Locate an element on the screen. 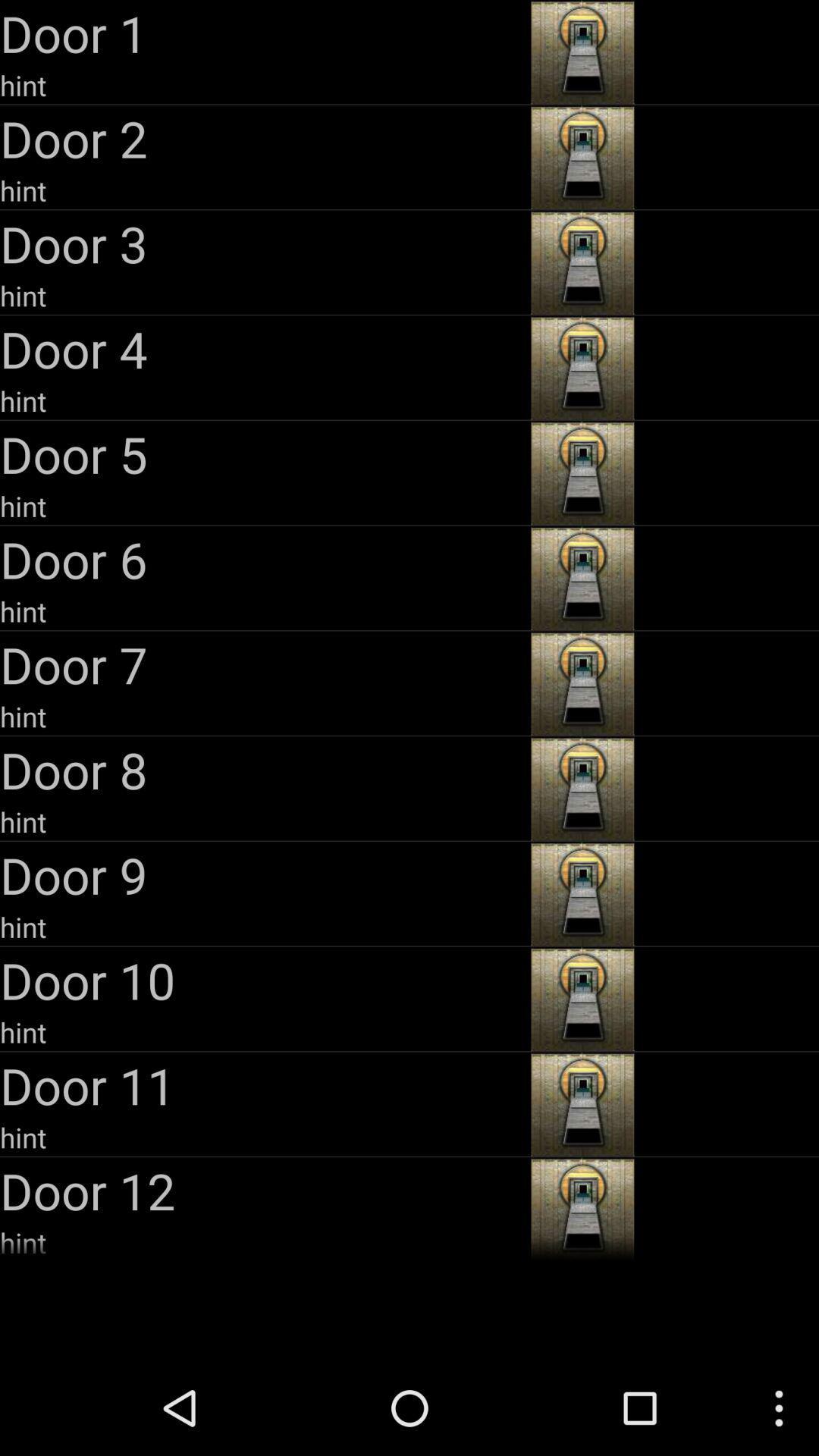  the item below the hint app is located at coordinates (262, 558).